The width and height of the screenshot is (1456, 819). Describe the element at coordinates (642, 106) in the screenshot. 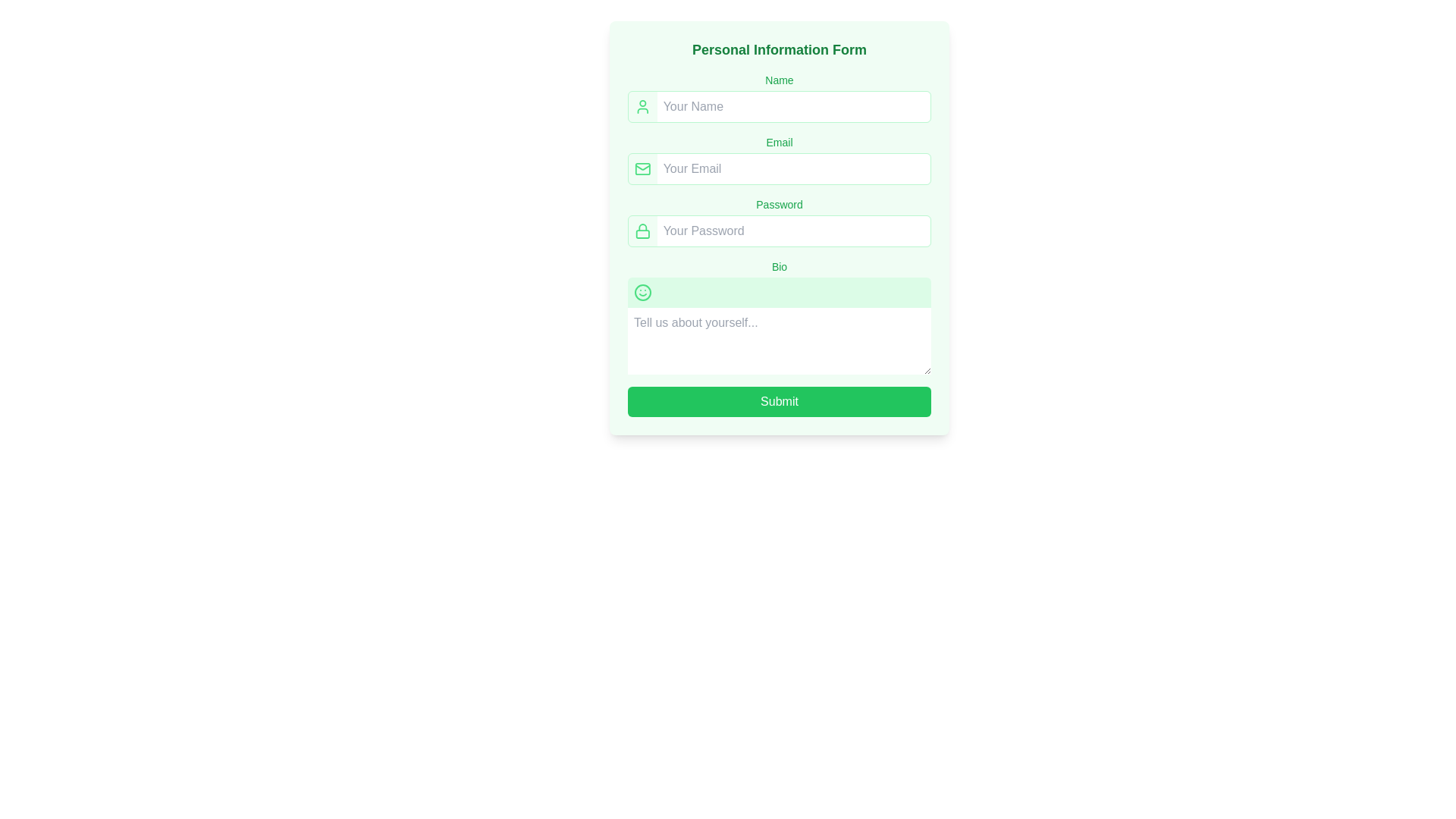

I see `the personal information icon located to the left of the 'Your Name' input field within the 'Name' section of the form` at that location.